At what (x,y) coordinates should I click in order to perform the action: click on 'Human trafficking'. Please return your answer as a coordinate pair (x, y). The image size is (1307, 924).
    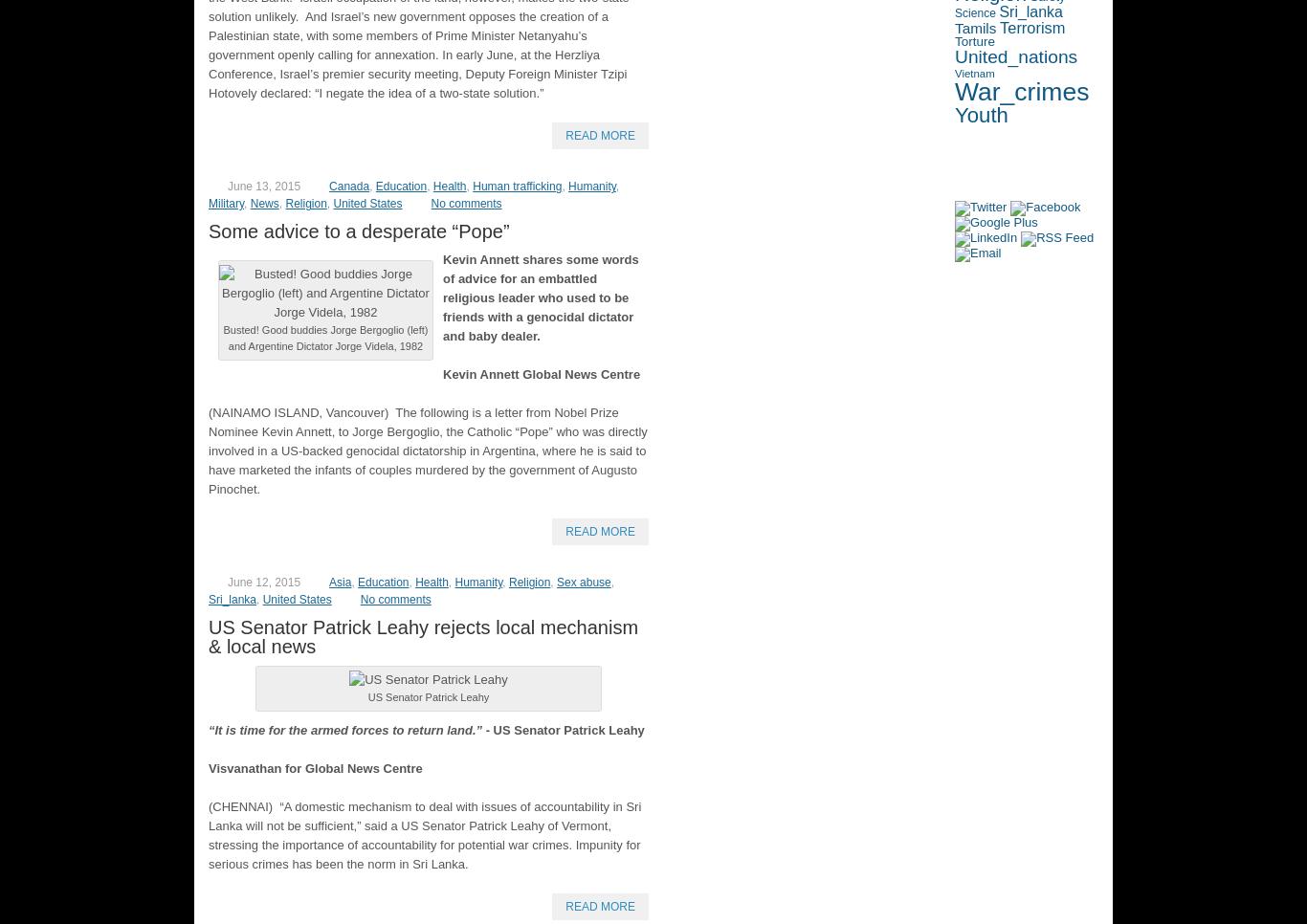
    Looking at the image, I should click on (517, 187).